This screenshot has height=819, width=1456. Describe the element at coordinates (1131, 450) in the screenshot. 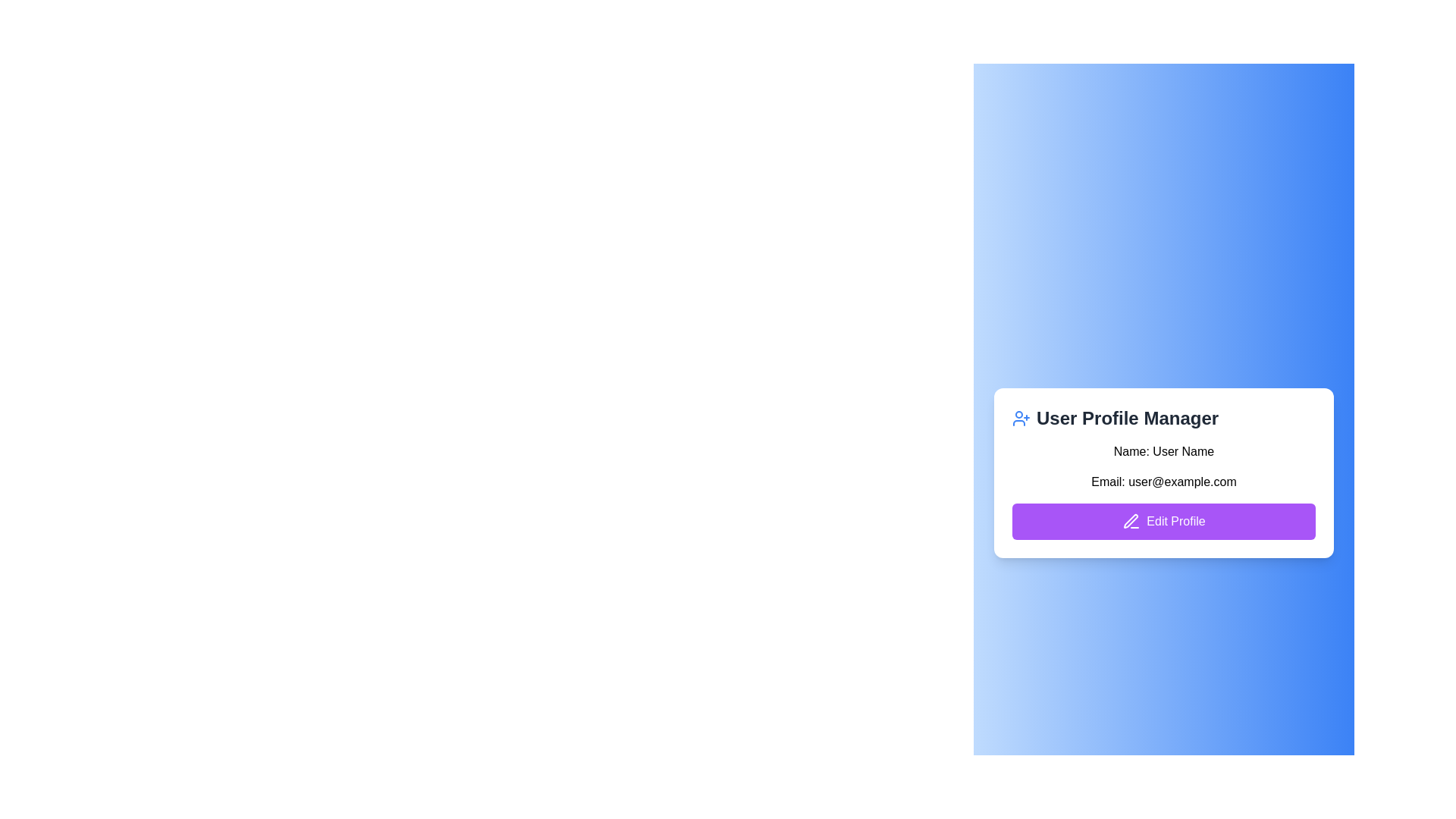

I see `the label that identifies the user name, which is aligned to the left of the 'User Name' text and positioned below the 'User Profile Manager' heading` at that location.